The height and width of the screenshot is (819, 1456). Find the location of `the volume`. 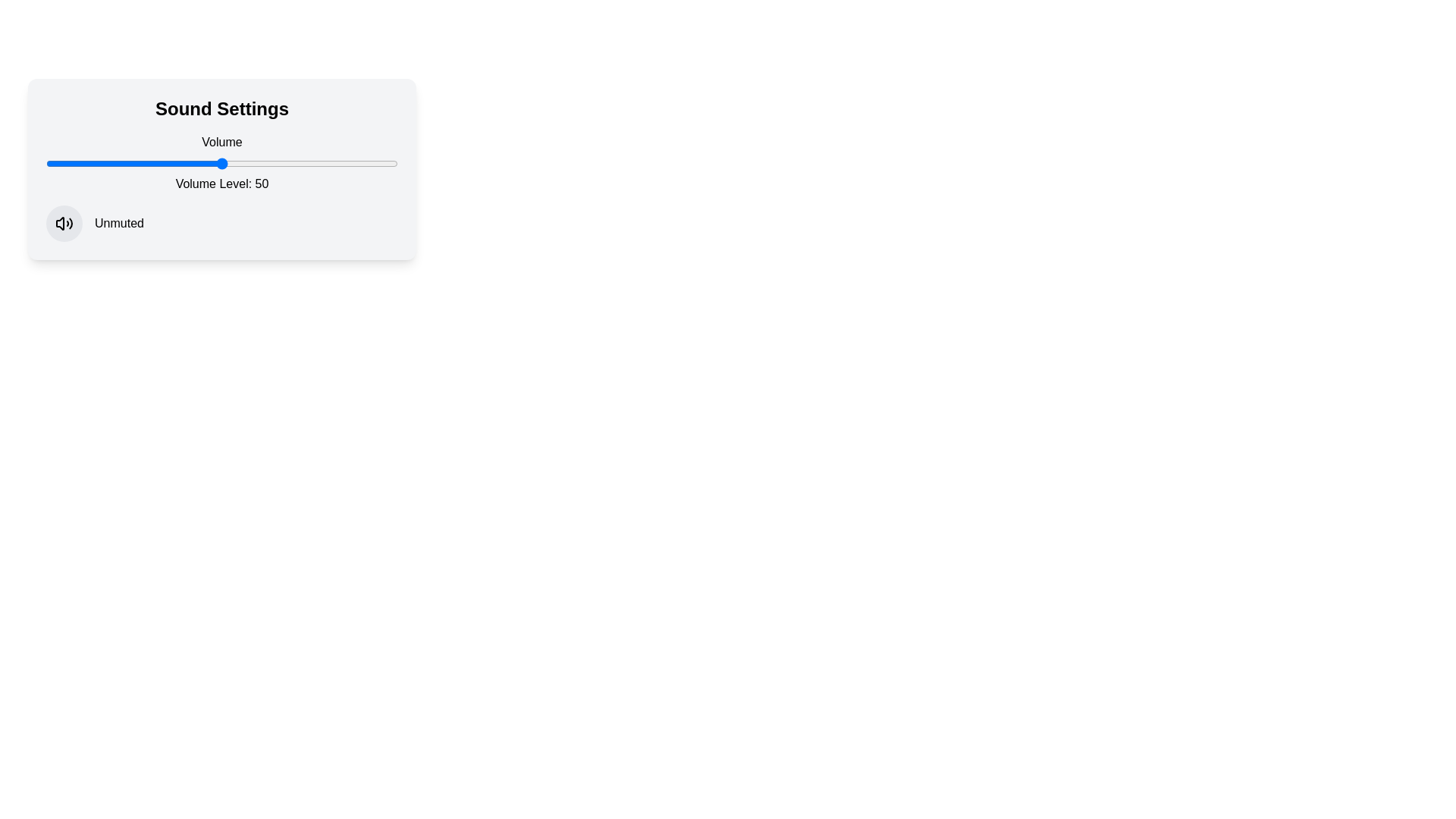

the volume is located at coordinates (391, 164).